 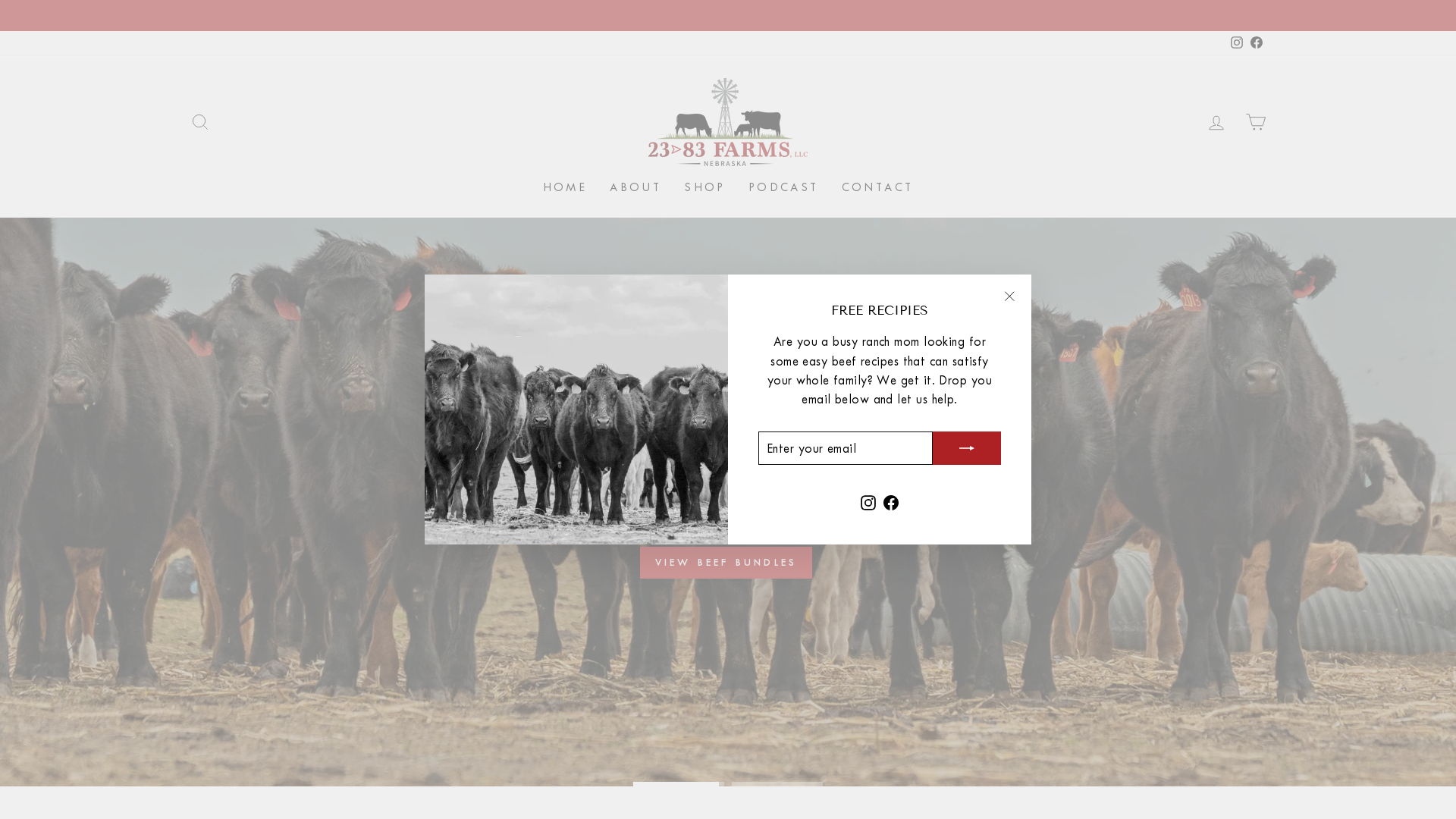 I want to click on '"Close (esc)"', so click(x=1009, y=296).